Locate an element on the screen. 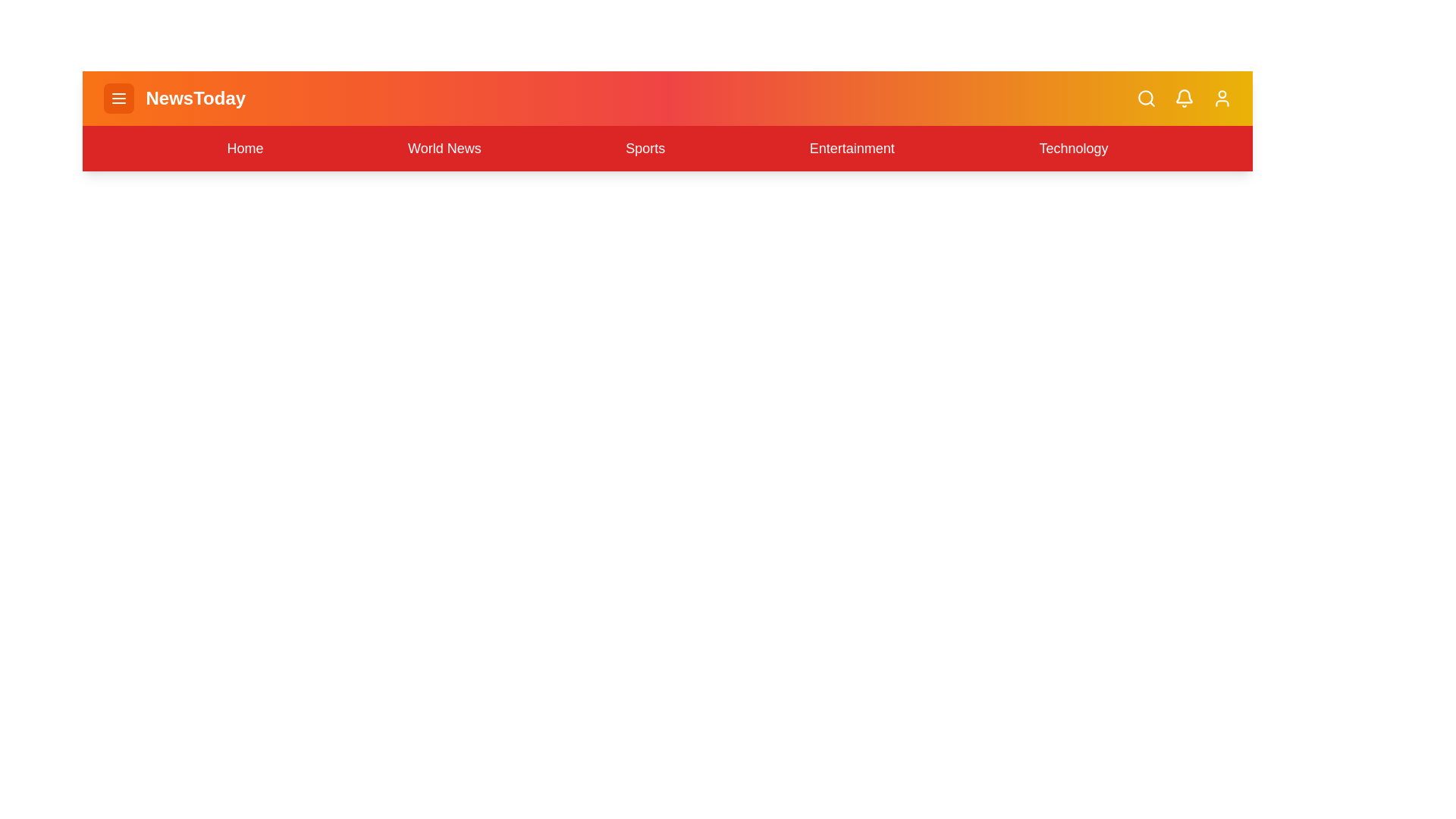 The height and width of the screenshot is (819, 1456). the notifications button represented by the Bell icon is located at coordinates (1183, 99).